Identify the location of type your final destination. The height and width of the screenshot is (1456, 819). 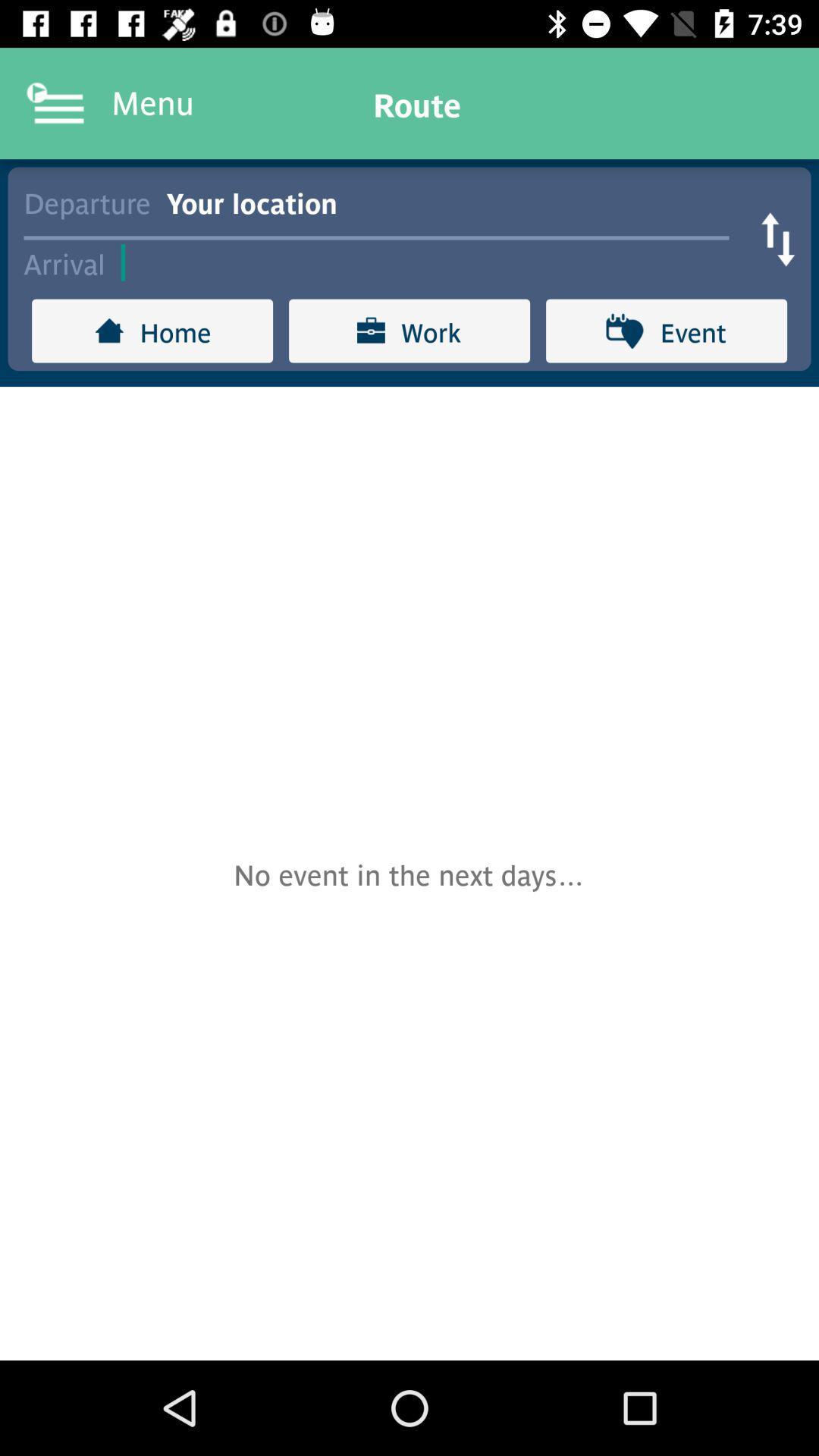
(433, 262).